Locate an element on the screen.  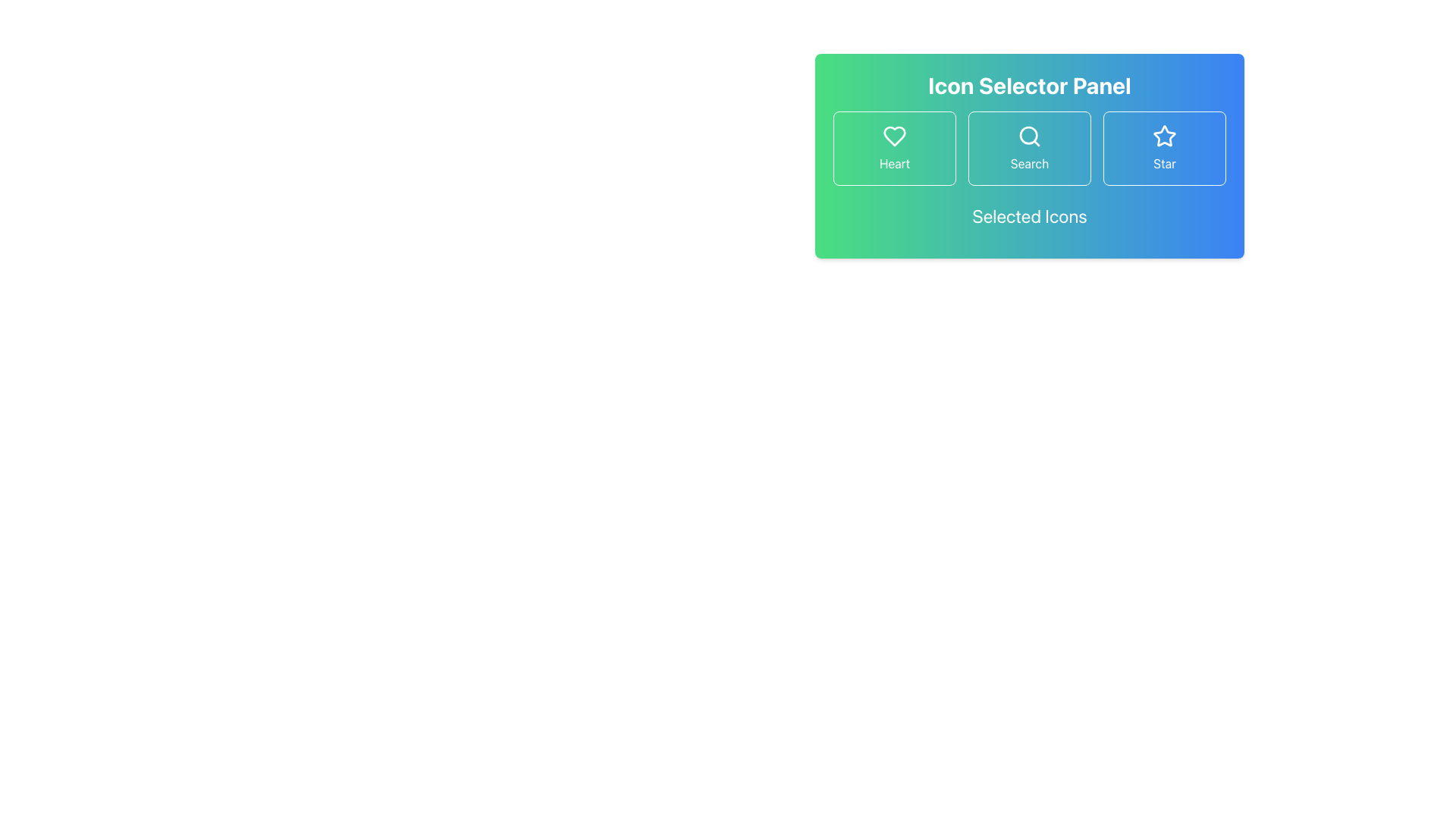
the visual state of the star icon, which is the third button in the Icon Selector Panel, to check for selection indication is located at coordinates (1164, 136).